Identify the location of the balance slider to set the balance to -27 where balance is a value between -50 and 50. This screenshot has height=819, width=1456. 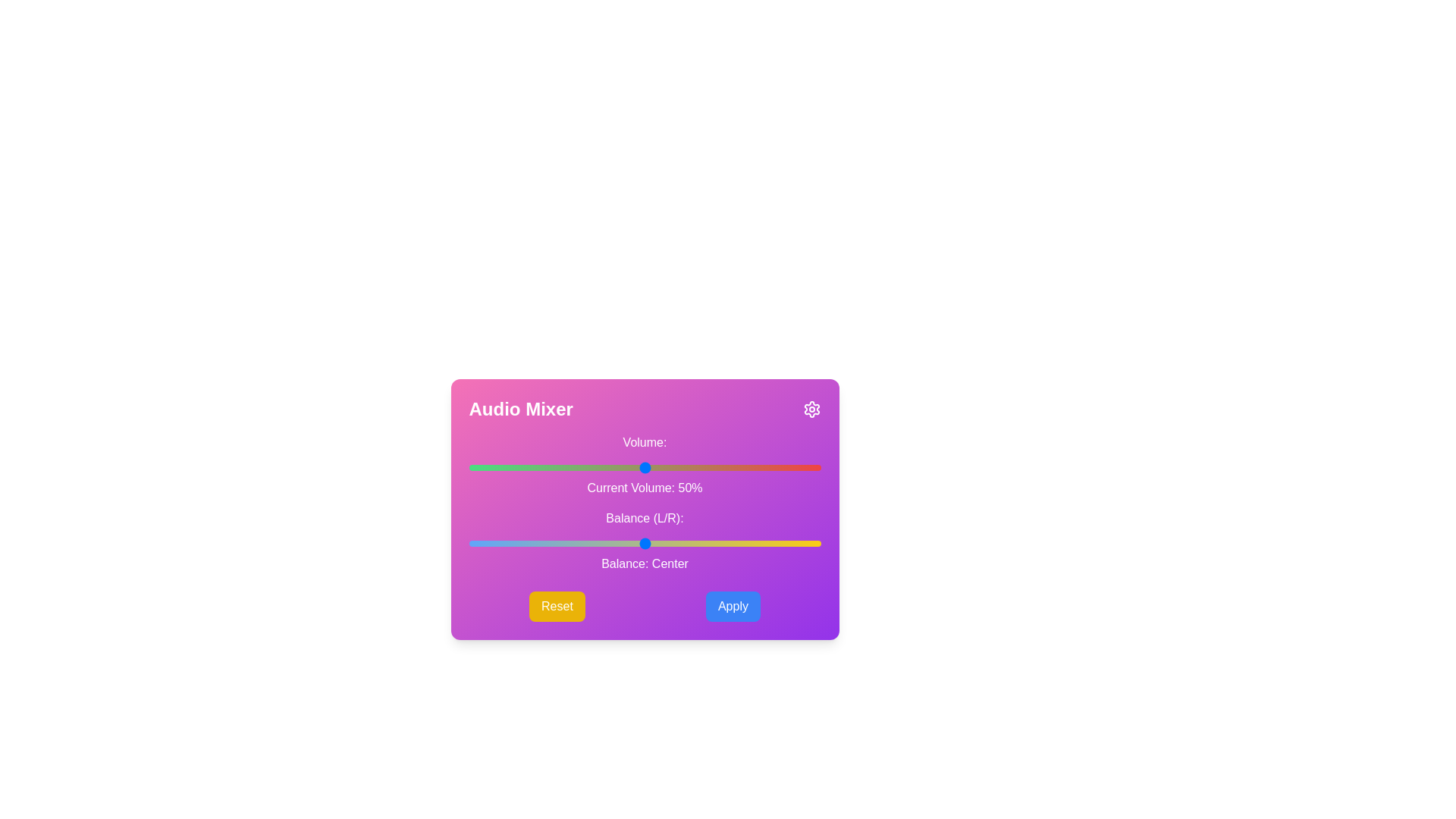
(549, 543).